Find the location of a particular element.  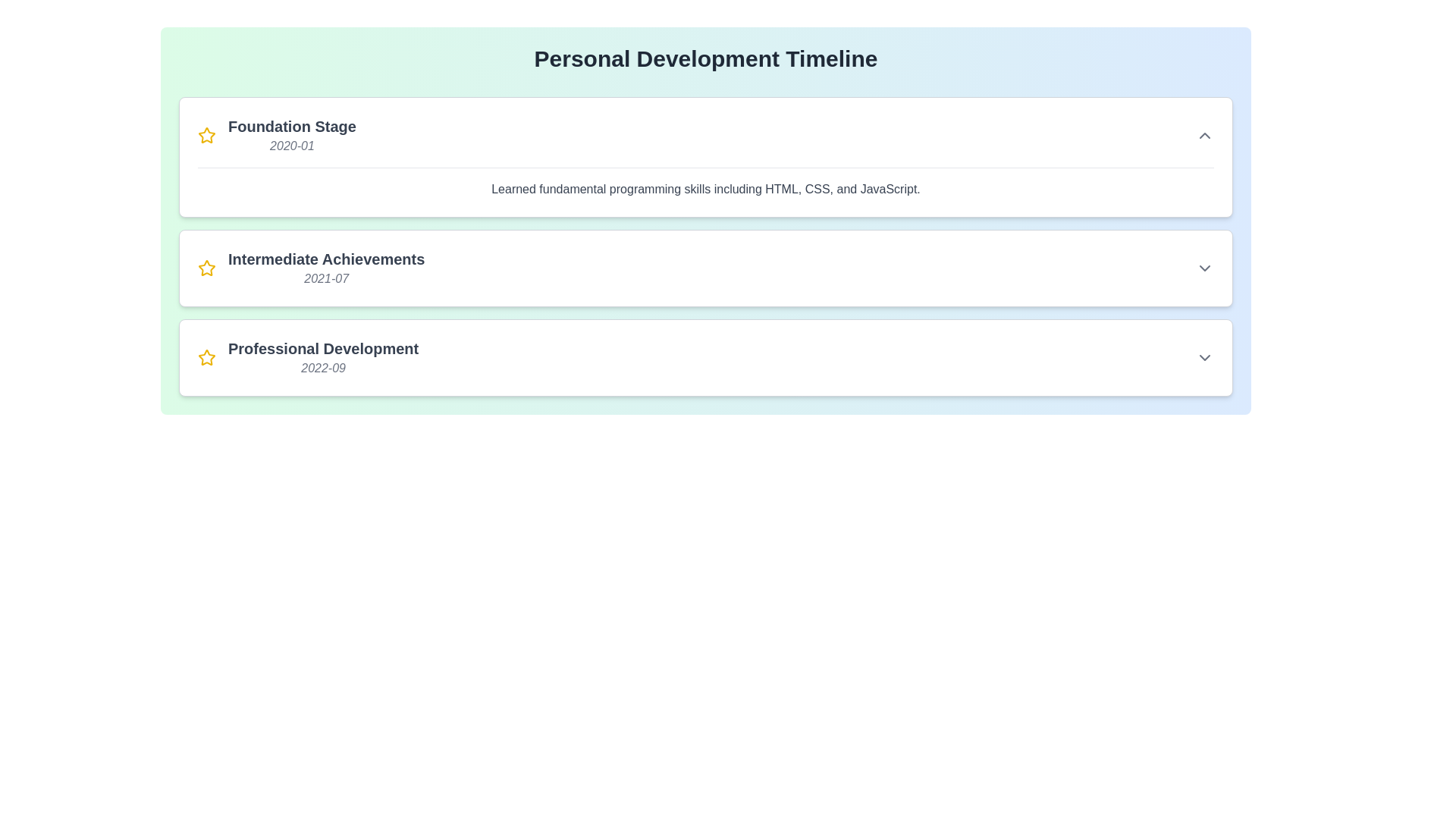

the timestamp or date display text label located below the 'Intermediate Achievements' title is located at coordinates (325, 278).